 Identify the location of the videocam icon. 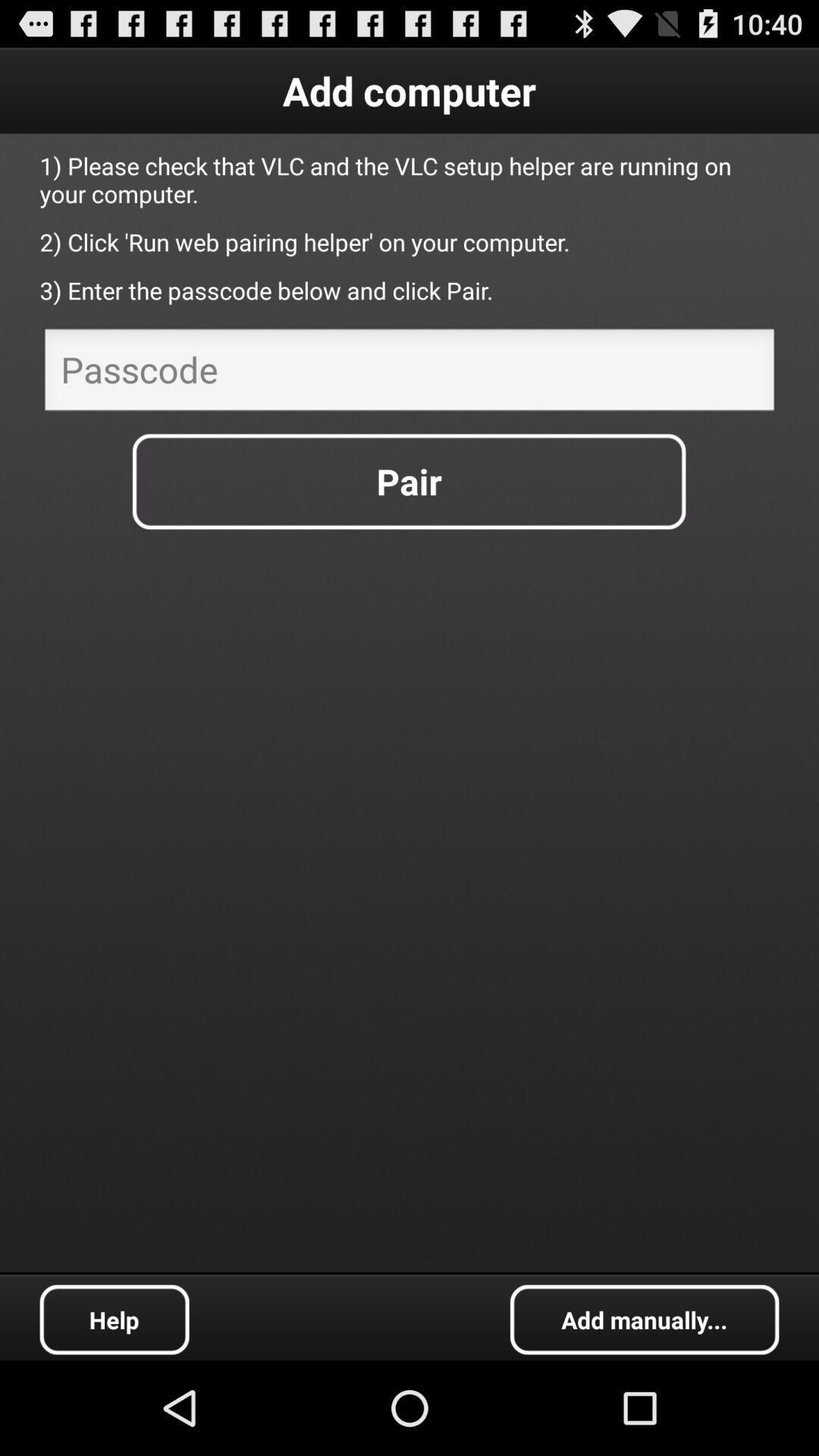
(645, 1411).